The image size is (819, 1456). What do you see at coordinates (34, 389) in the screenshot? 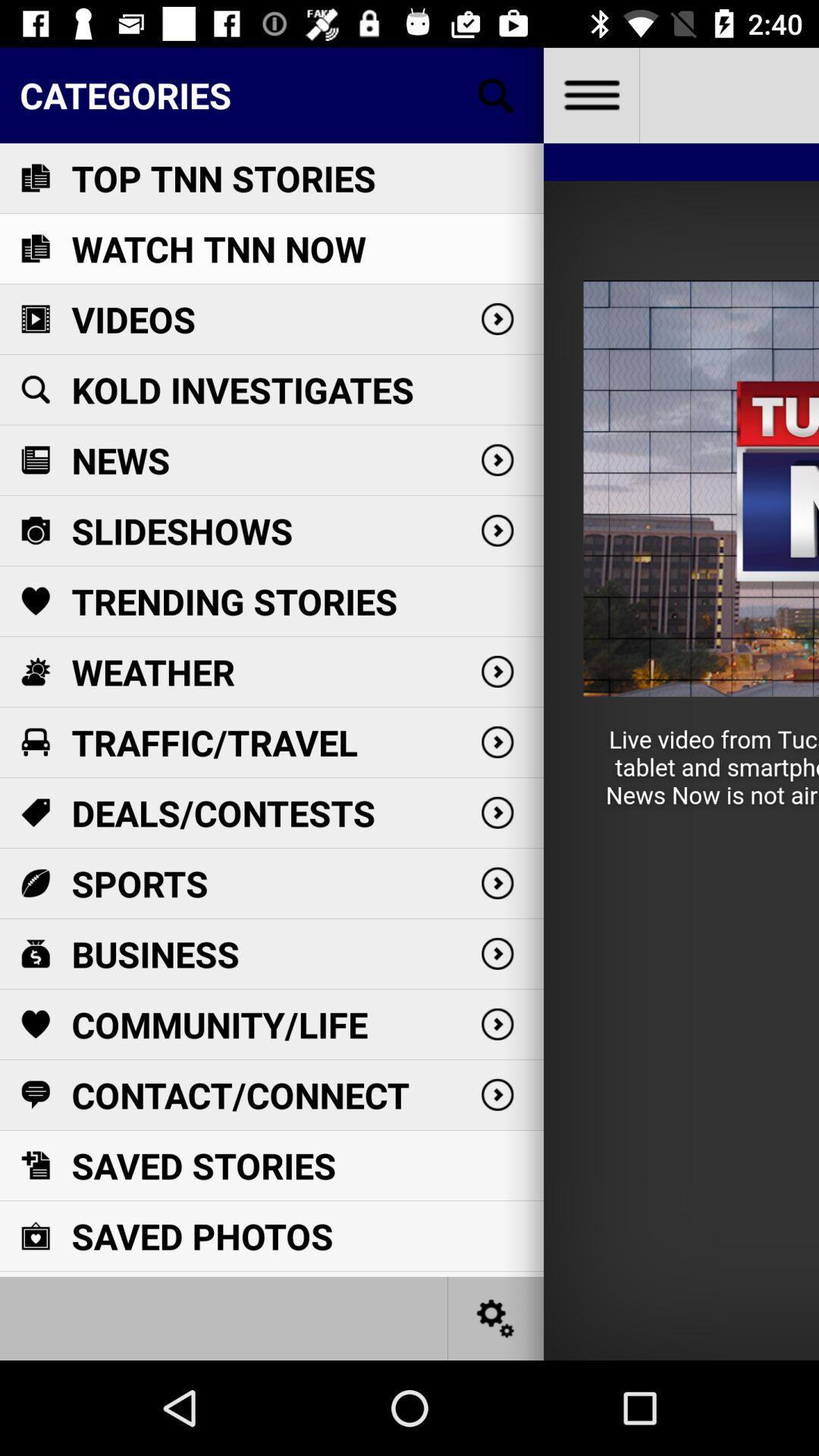
I see `the 4th icon` at bounding box center [34, 389].